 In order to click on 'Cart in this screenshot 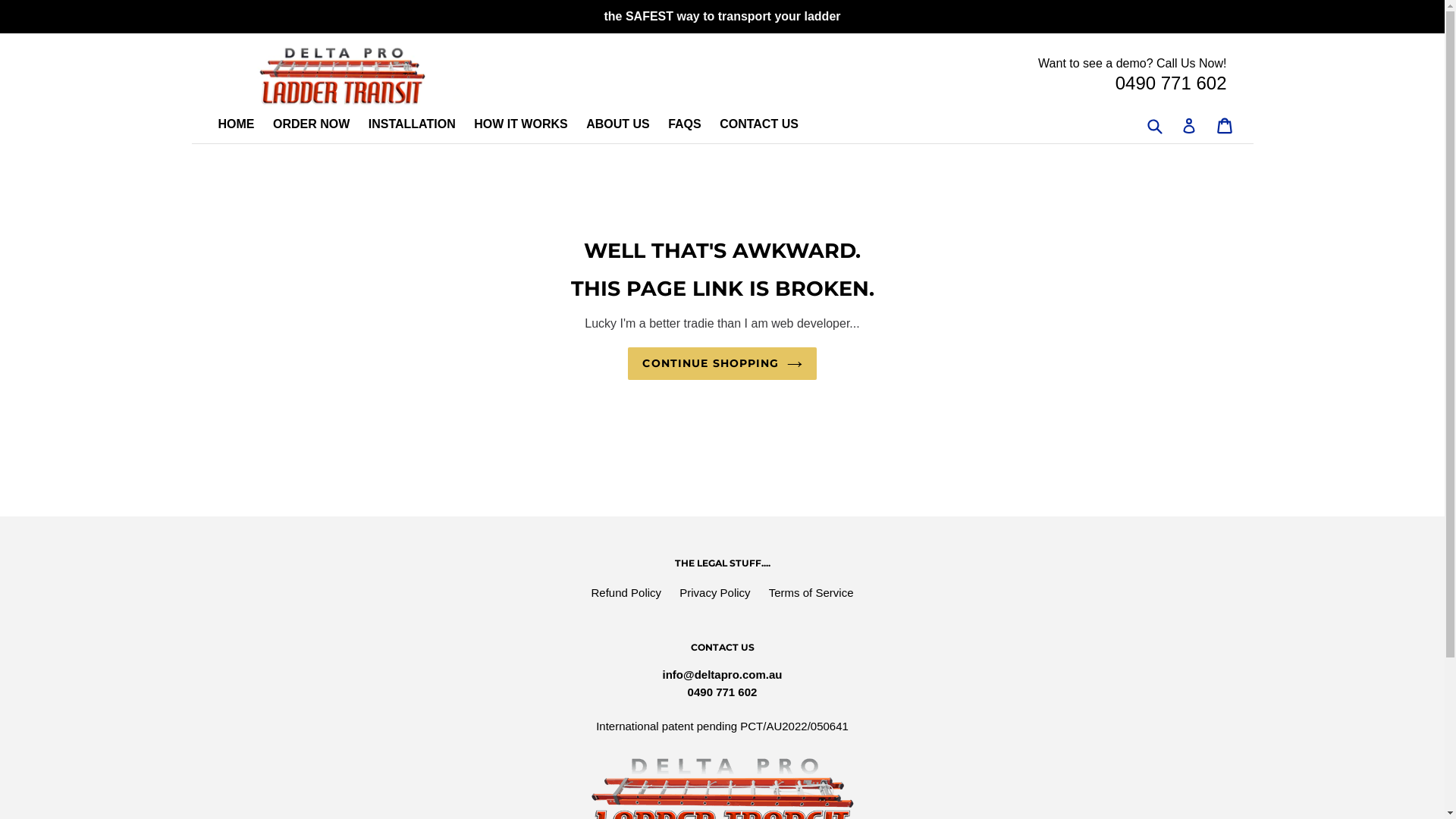, I will do `click(1216, 124)`.